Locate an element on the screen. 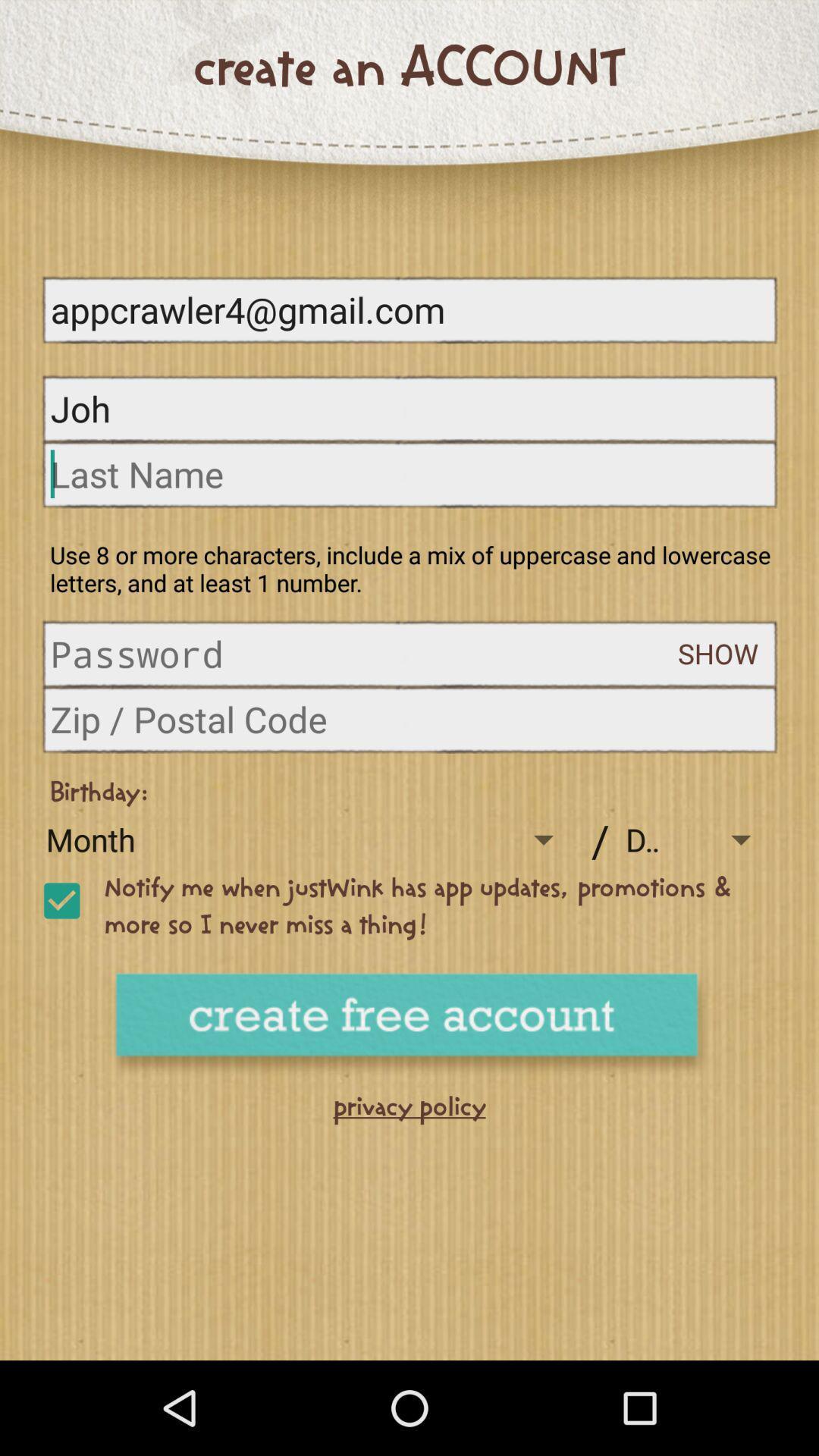 This screenshot has width=819, height=1456. selassie is located at coordinates (61, 901).